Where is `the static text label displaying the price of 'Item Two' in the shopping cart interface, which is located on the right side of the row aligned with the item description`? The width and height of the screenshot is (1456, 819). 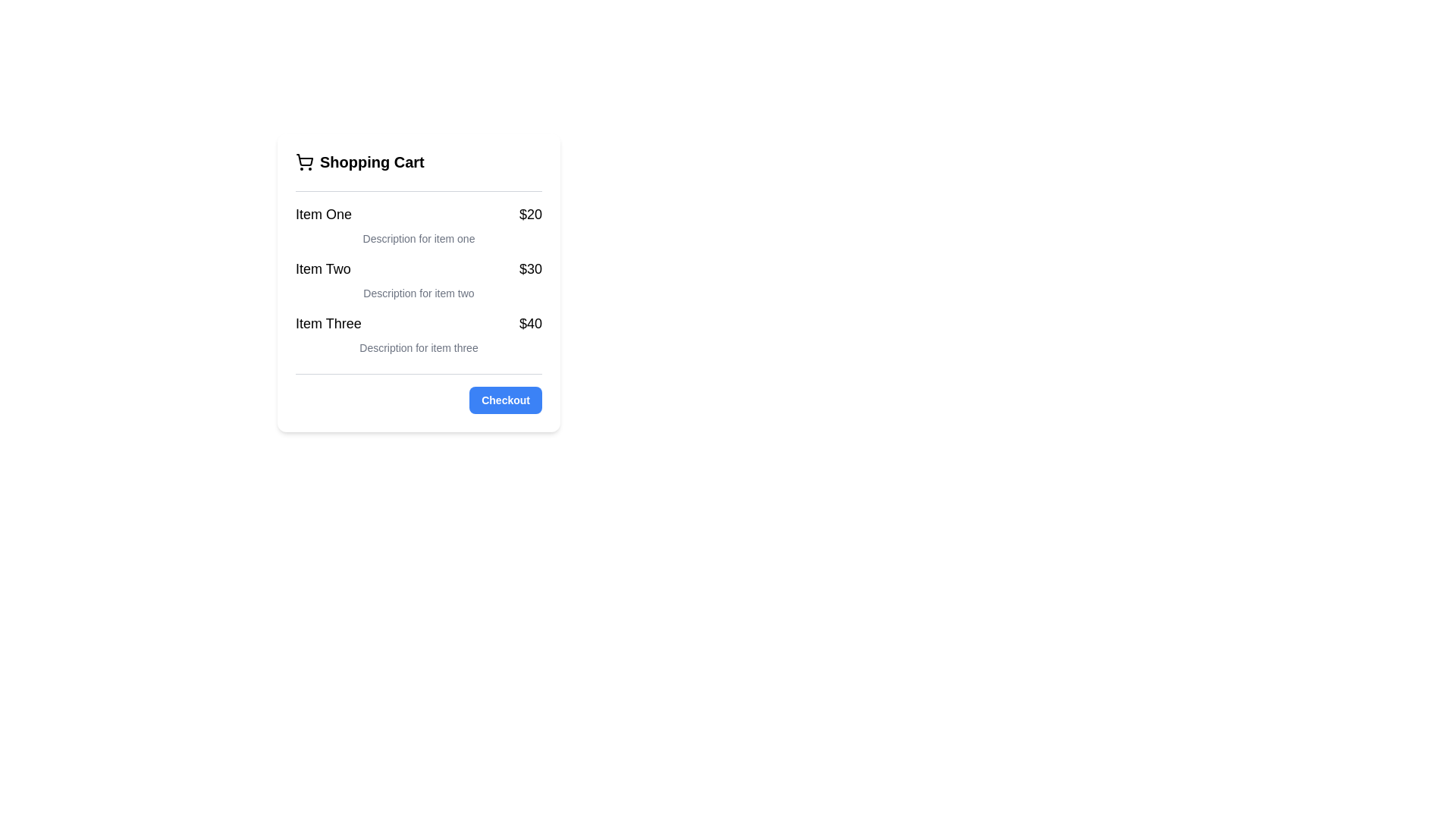
the static text label displaying the price of 'Item Two' in the shopping cart interface, which is located on the right side of the row aligned with the item description is located at coordinates (531, 268).